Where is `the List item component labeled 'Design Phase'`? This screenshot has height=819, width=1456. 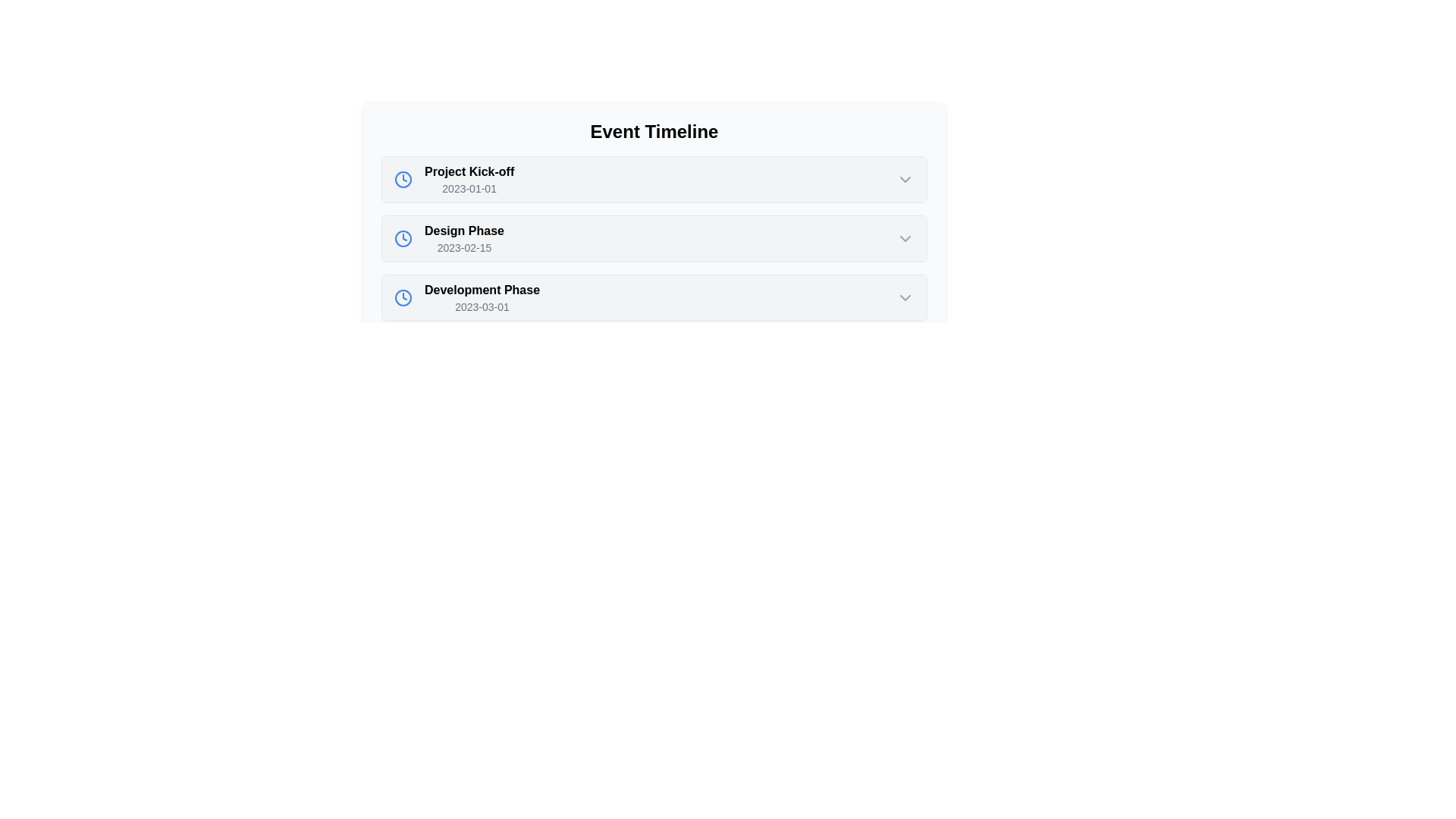
the List item component labeled 'Design Phase' is located at coordinates (654, 239).